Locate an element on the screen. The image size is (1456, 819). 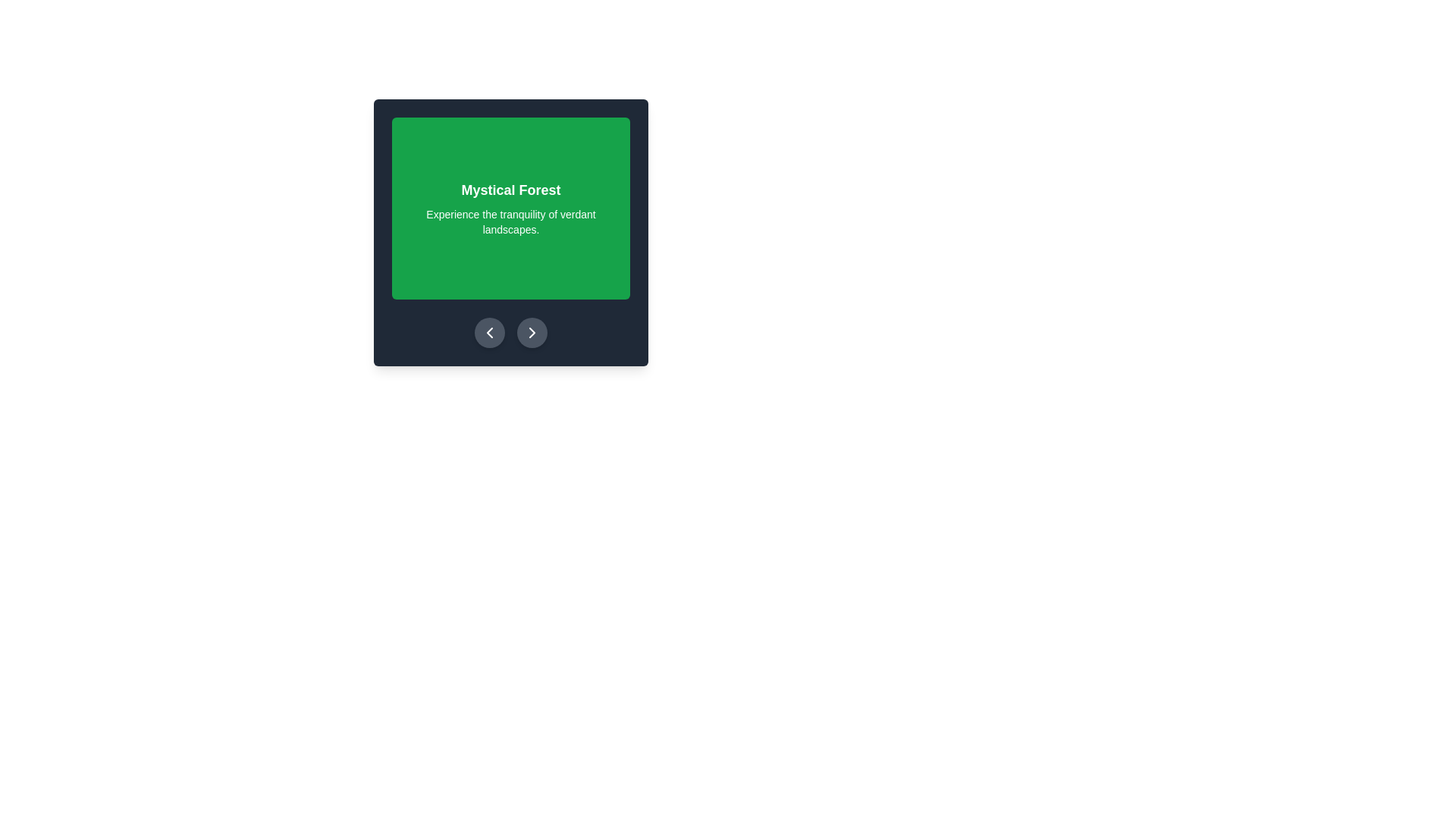
the small chevron-shaped icon pointing to the right, which is part of a circular button located towards the bottom center of the interface, to initiate the next navigation action is located at coordinates (532, 332).